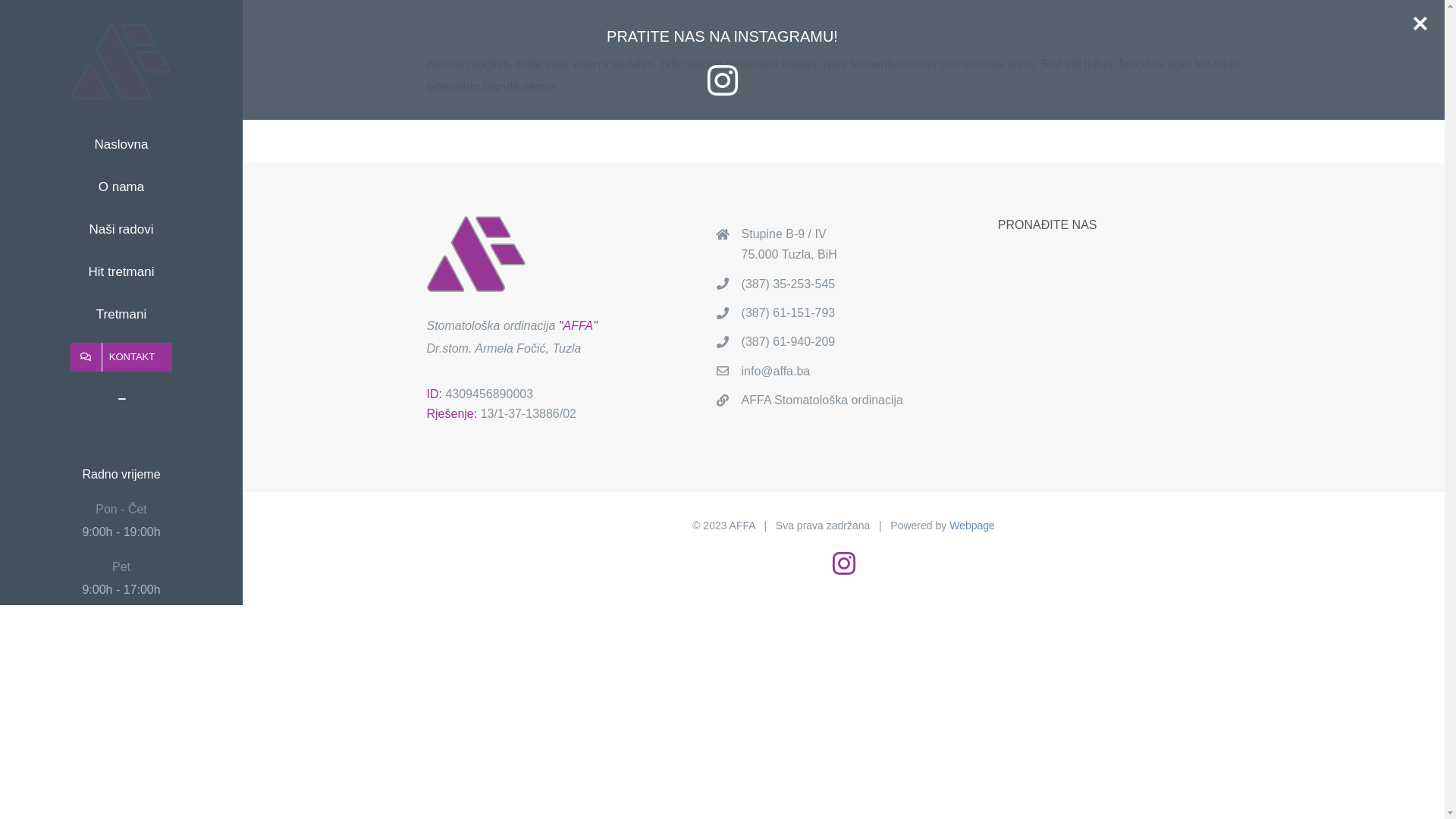 The height and width of the screenshot is (819, 1456). Describe the element at coordinates (120, 144) in the screenshot. I see `'Naslovna'` at that location.